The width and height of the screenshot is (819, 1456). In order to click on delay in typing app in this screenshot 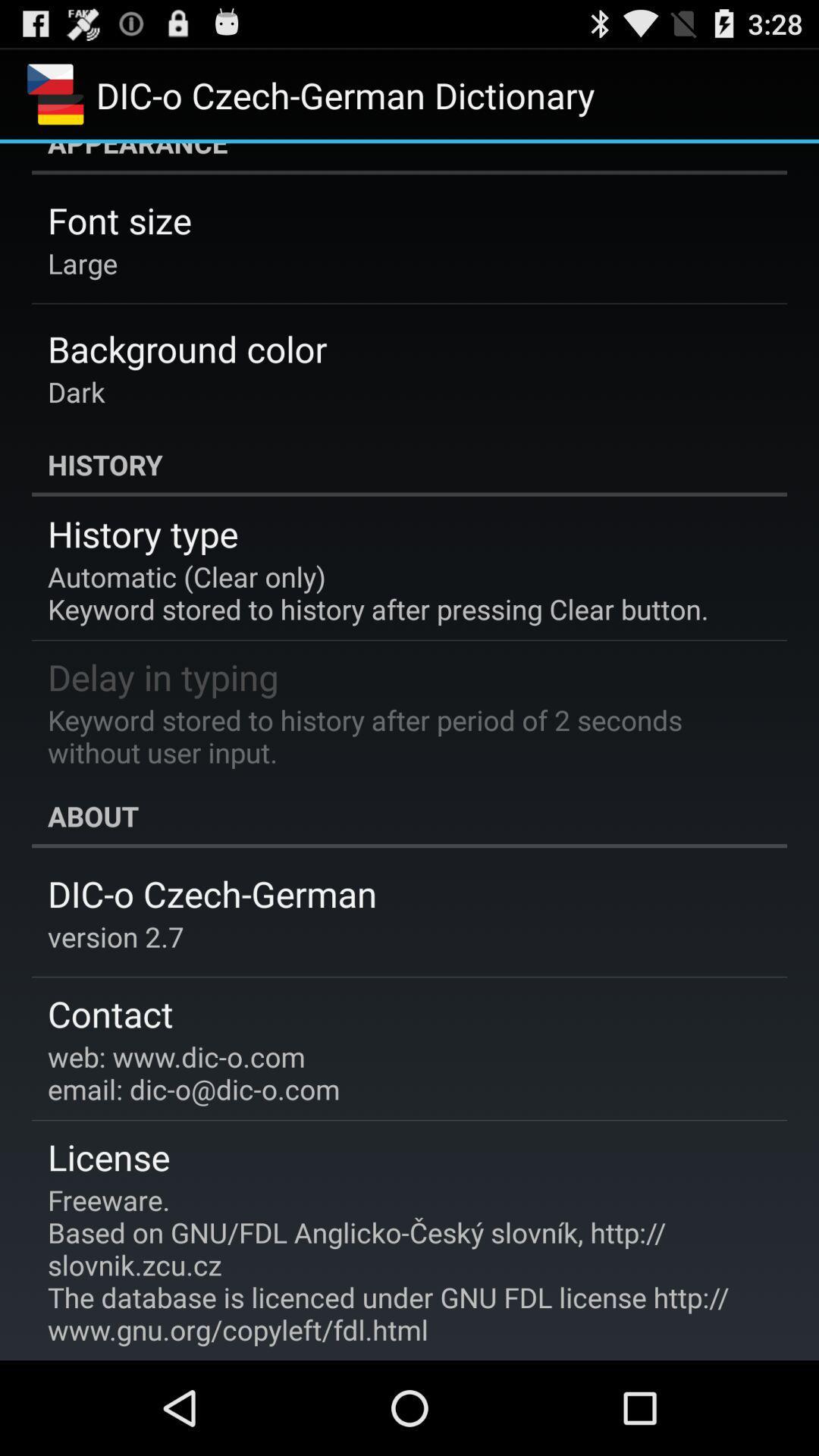, I will do `click(163, 676)`.